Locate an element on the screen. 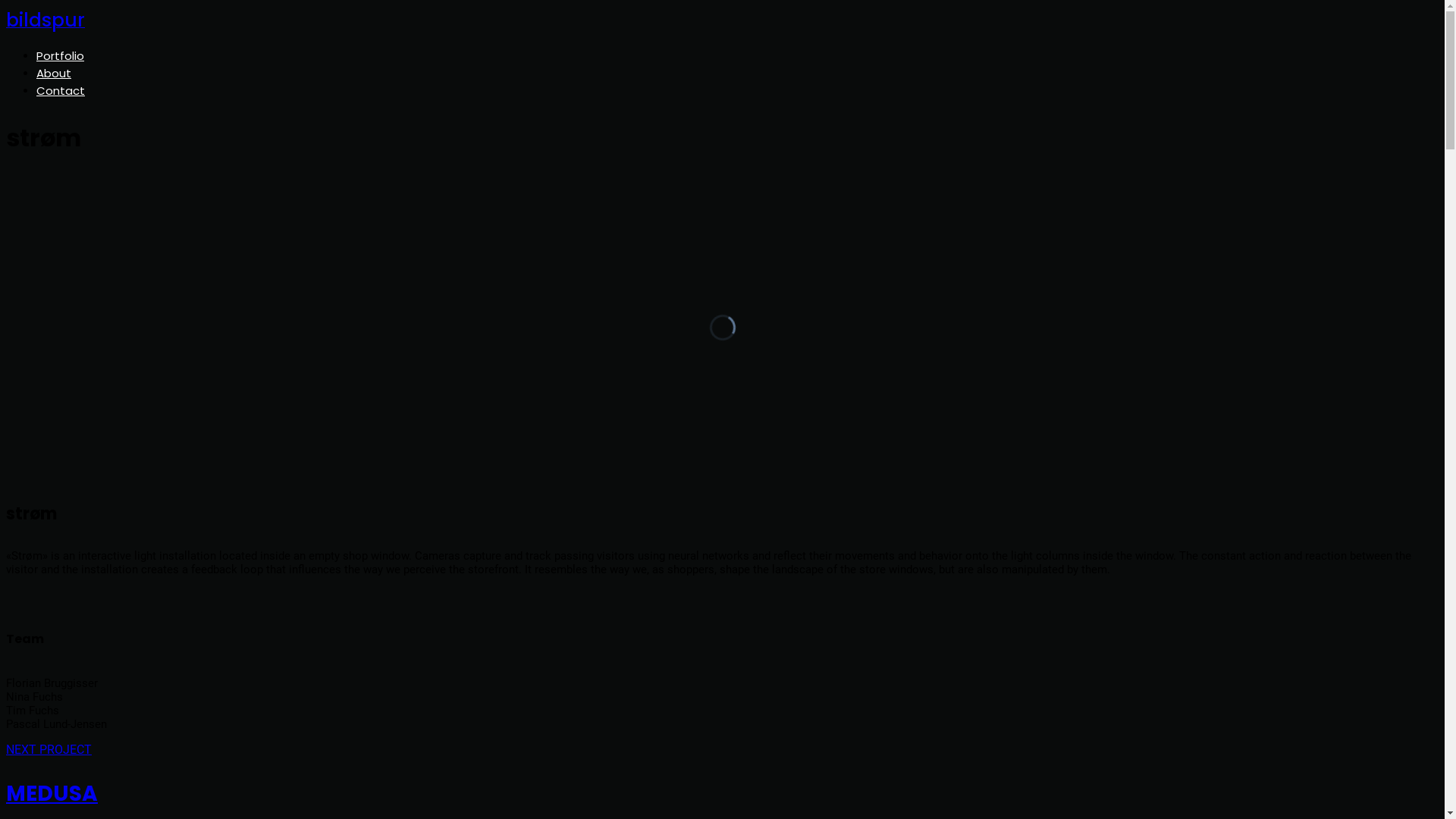 Image resolution: width=1456 pixels, height=819 pixels. 'Contact' is located at coordinates (61, 90).